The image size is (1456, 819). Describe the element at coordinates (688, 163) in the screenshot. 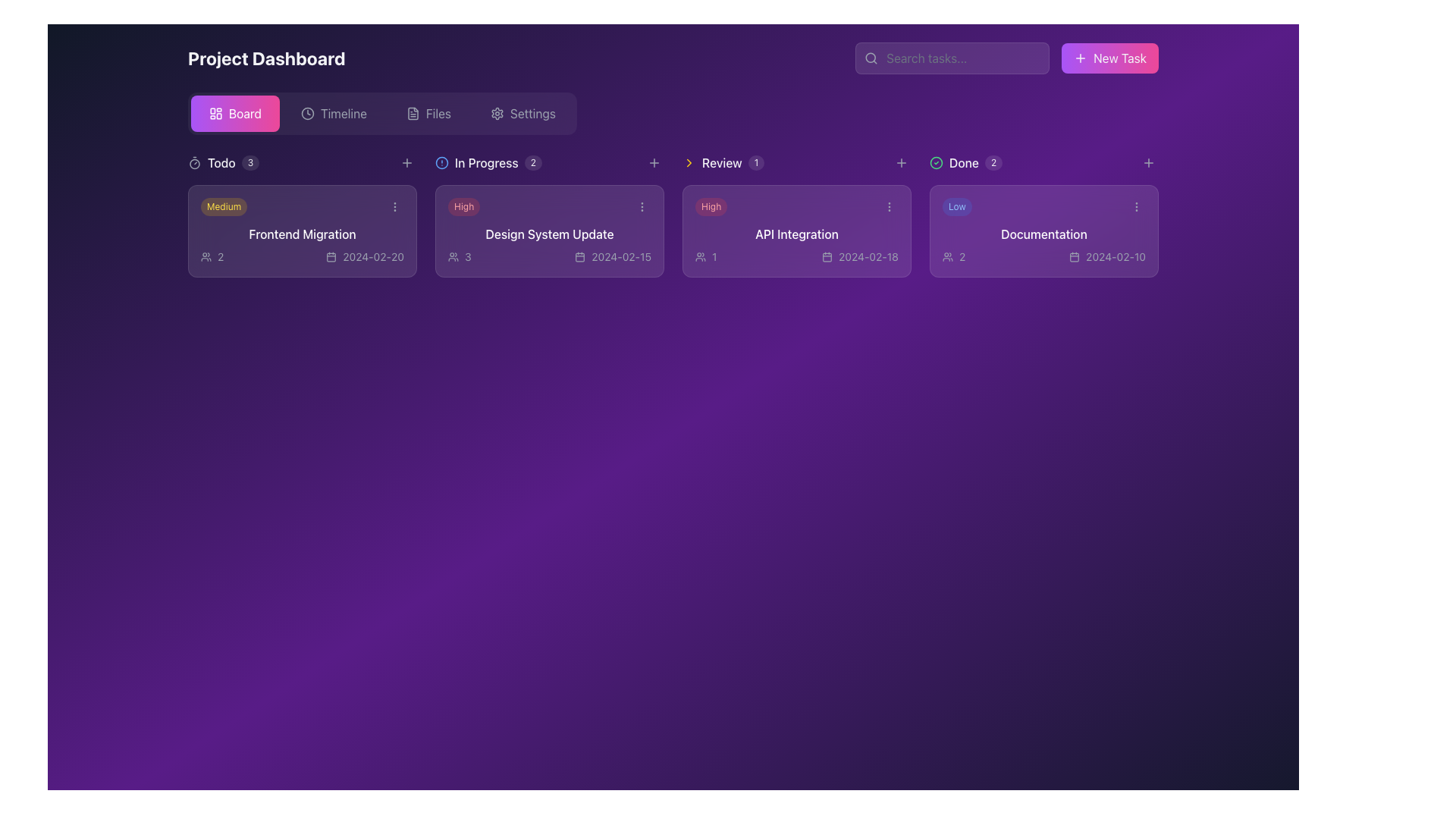

I see `the chevron arrow icon, which is styled in bright yellow and located to the right of the 'Review' category header in the interface` at that location.